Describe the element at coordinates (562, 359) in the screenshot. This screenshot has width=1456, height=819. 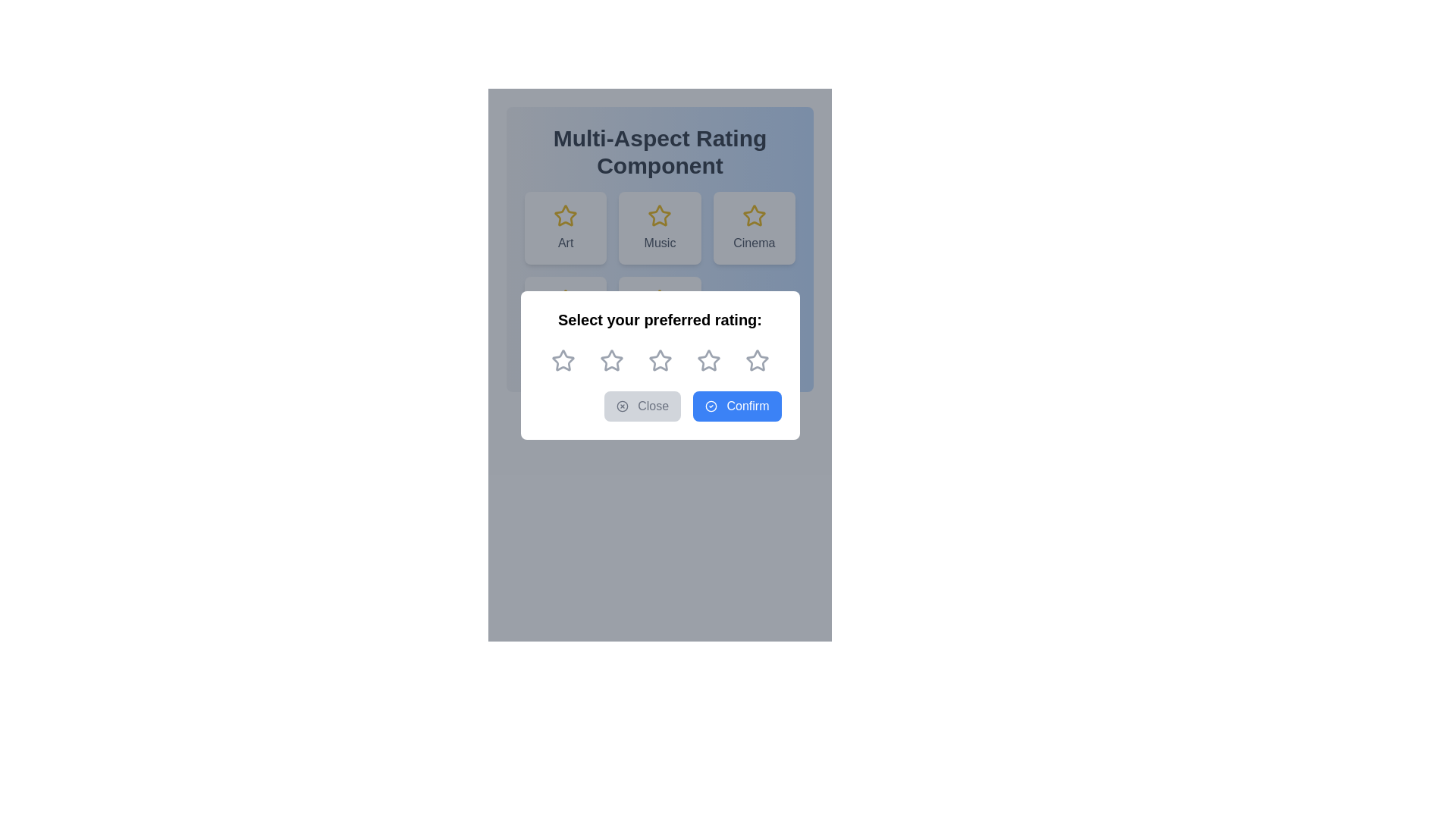
I see `the first star in the horizontal sequence used for rating, located under the heading 'Select your preferred rating:'` at that location.